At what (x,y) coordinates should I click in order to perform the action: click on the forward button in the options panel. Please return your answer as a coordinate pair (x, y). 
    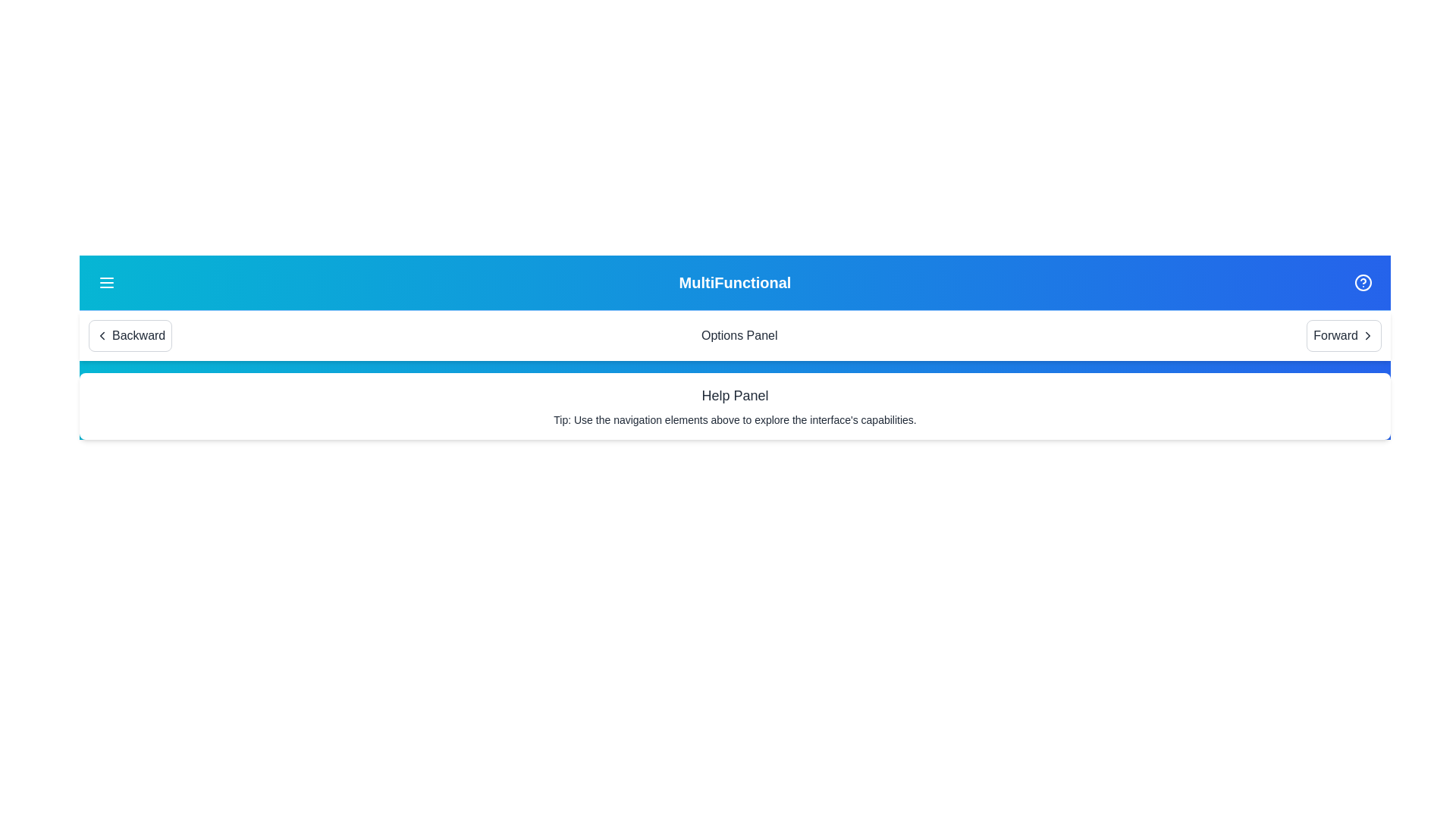
    Looking at the image, I should click on (1344, 335).